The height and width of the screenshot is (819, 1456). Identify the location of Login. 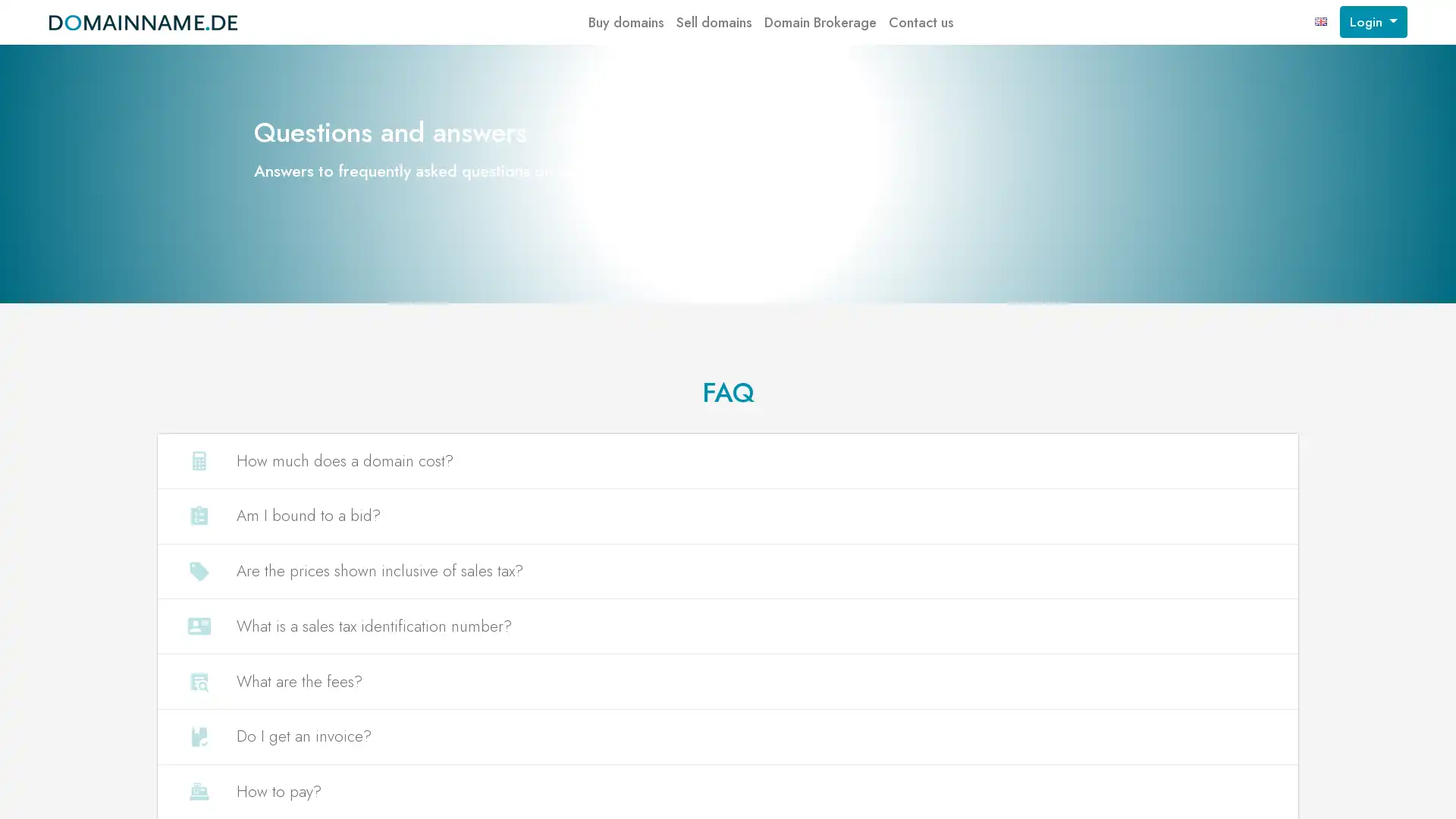
(1373, 22).